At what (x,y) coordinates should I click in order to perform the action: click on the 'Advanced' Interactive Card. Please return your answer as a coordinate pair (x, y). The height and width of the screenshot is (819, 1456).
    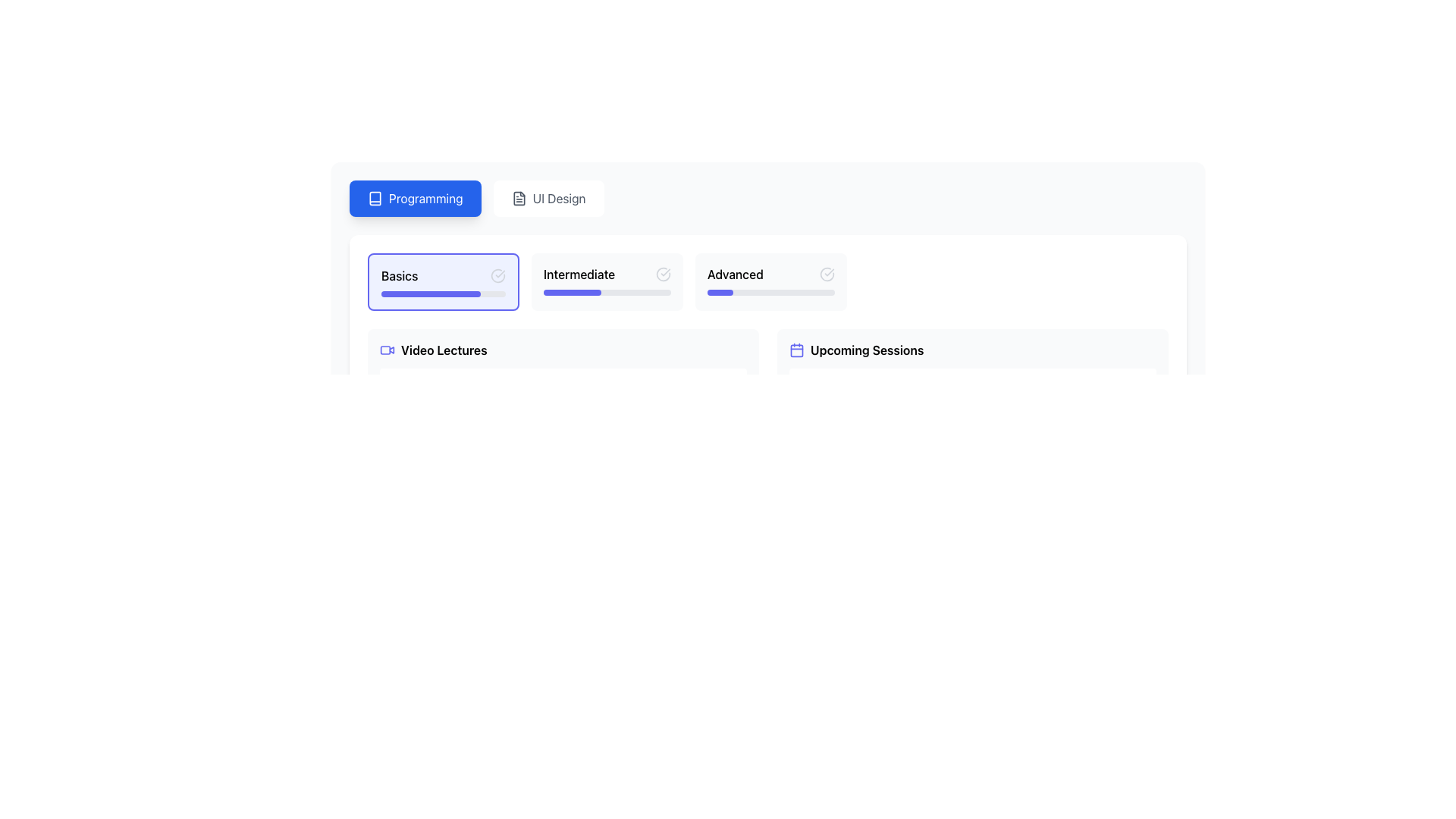
    Looking at the image, I should click on (771, 281).